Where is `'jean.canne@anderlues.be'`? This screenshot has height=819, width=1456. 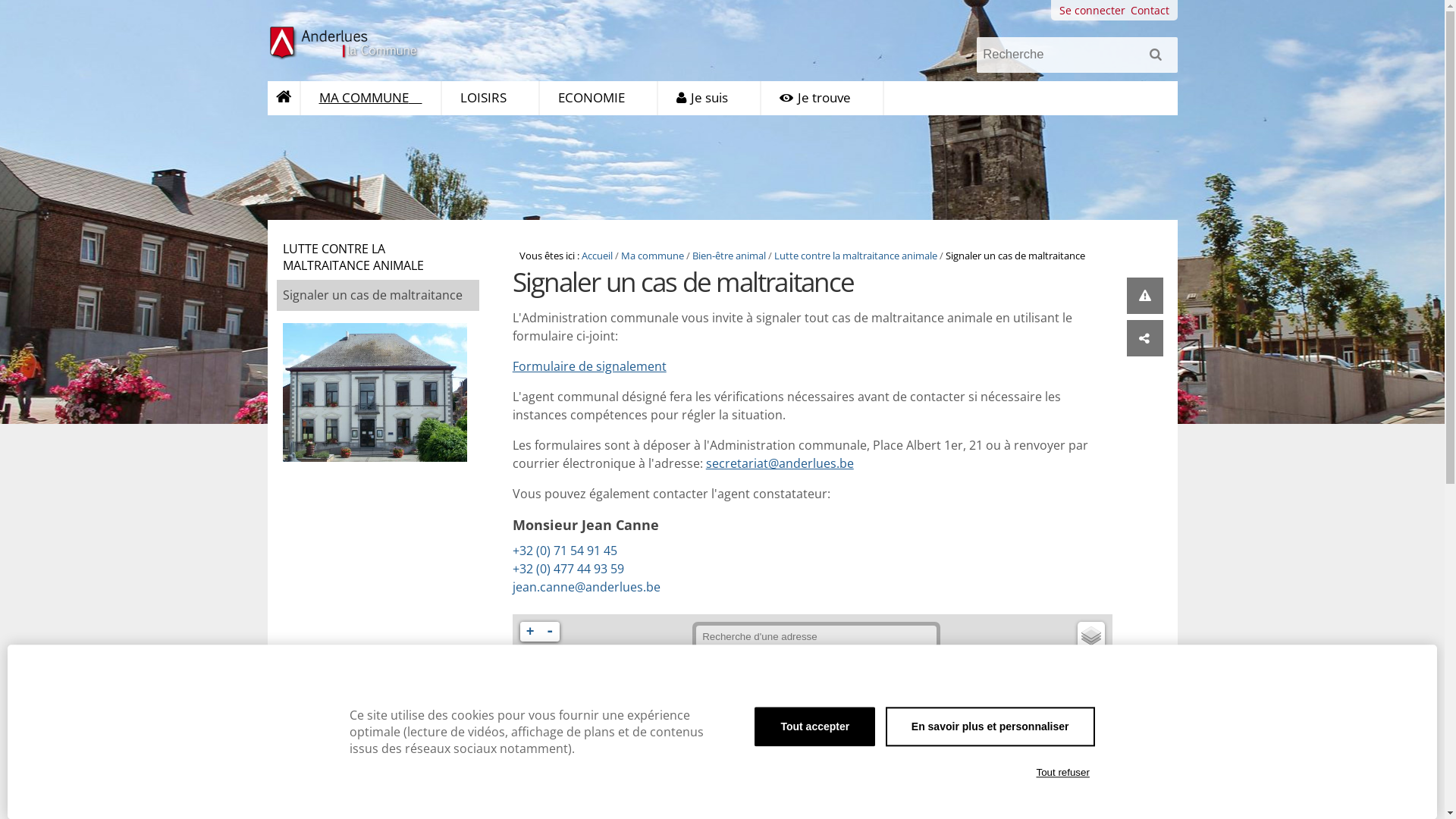
'jean.canne@anderlues.be' is located at coordinates (585, 586).